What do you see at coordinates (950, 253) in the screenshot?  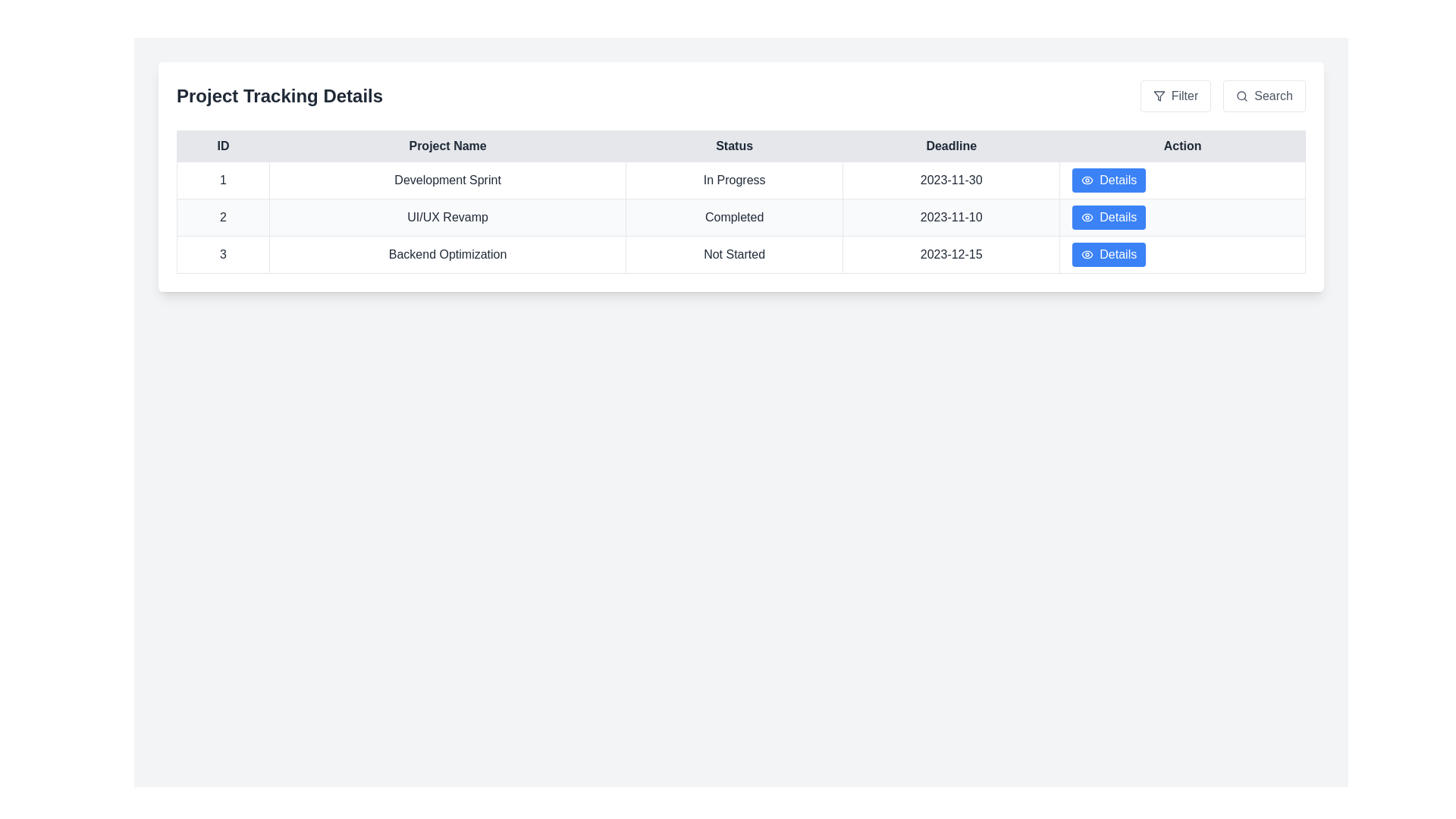 I see `the text label displaying the date '2023-12-15' in the fourth column of the third row of the table` at bounding box center [950, 253].